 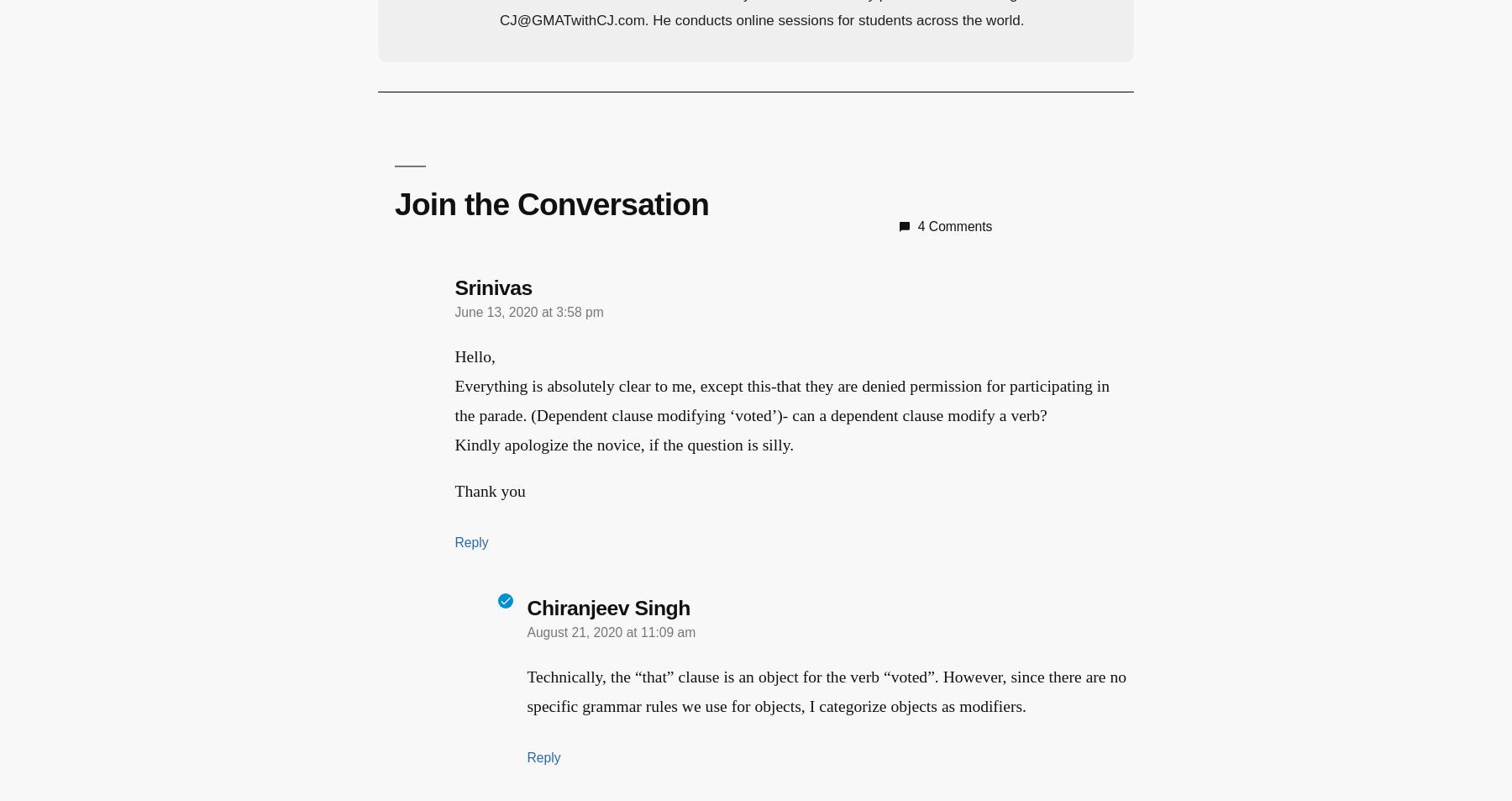 What do you see at coordinates (602, 606) in the screenshot?
I see `'Chiranjeev Singh'` at bounding box center [602, 606].